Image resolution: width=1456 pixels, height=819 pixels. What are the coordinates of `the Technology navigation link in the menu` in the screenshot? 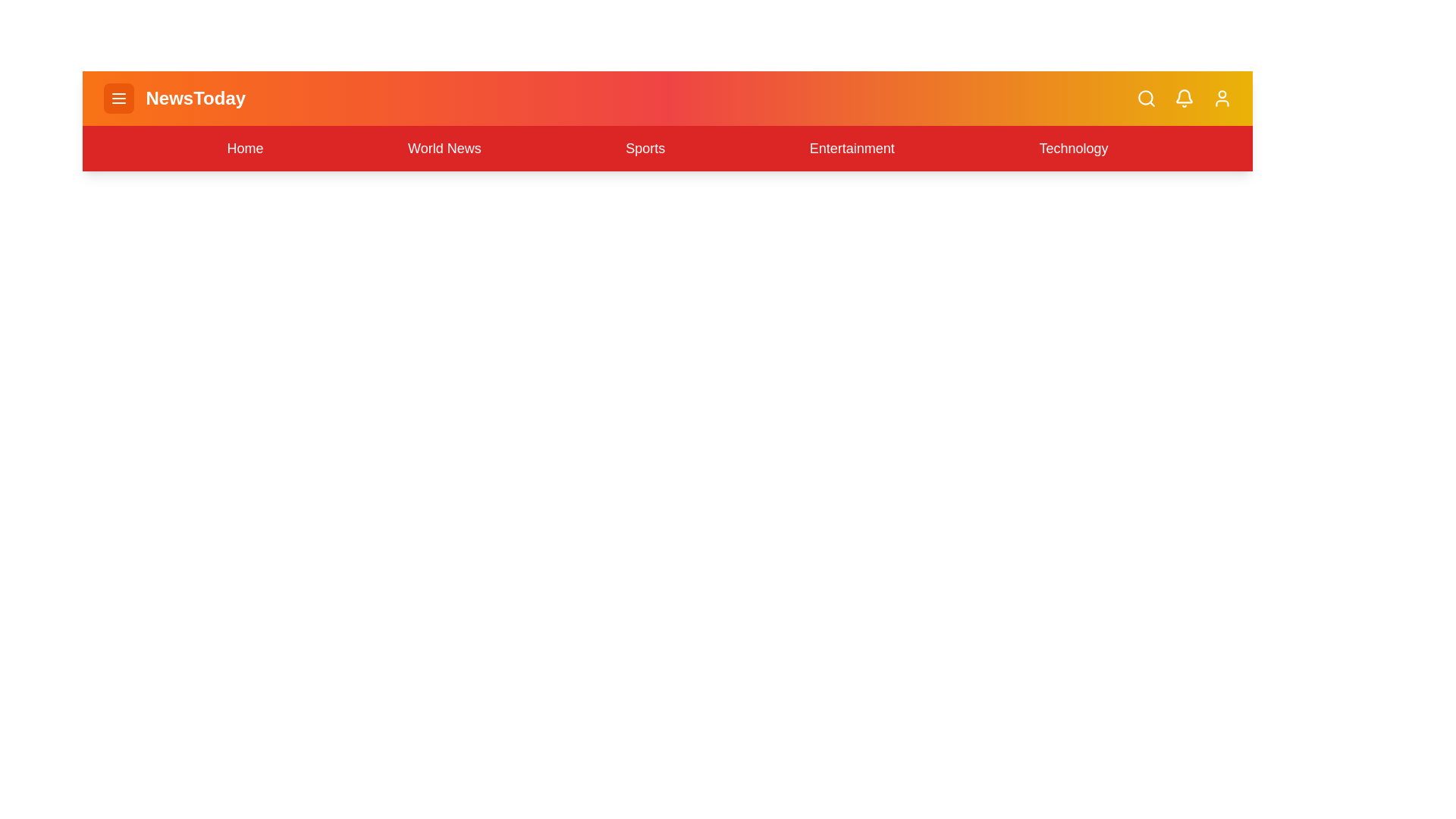 It's located at (1073, 149).